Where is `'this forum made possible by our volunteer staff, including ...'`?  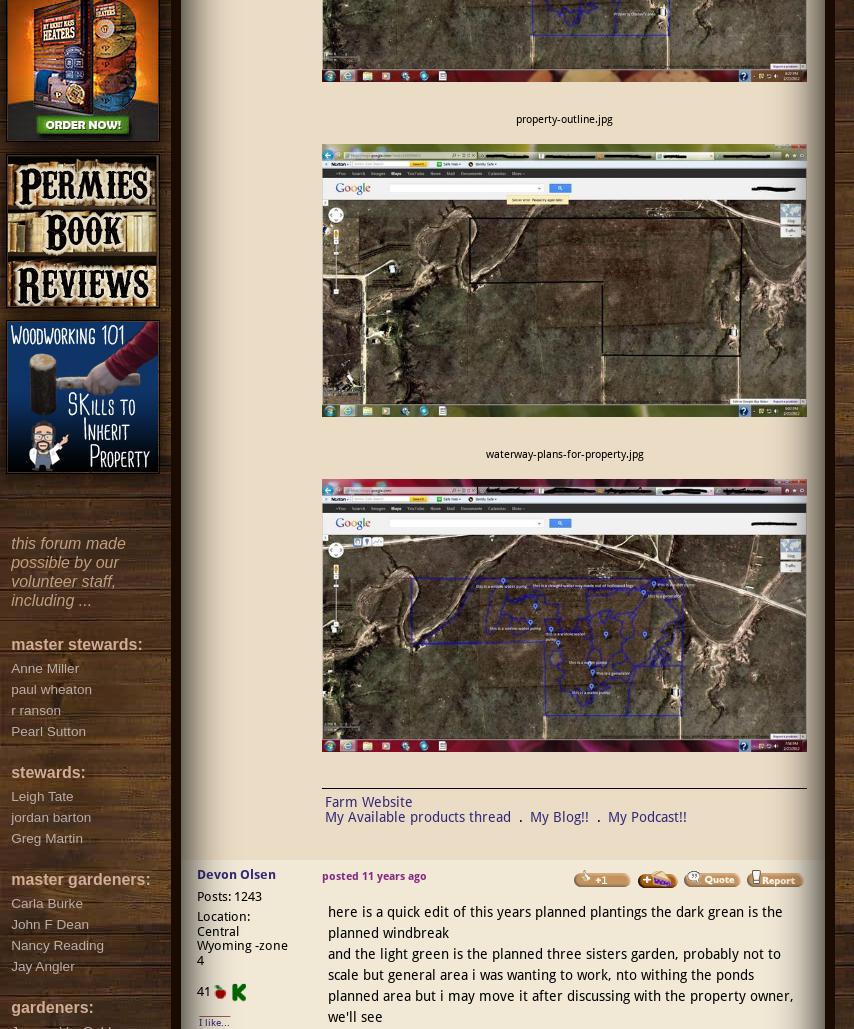
'this forum made possible by our volunteer staff, including ...' is located at coordinates (10, 570).